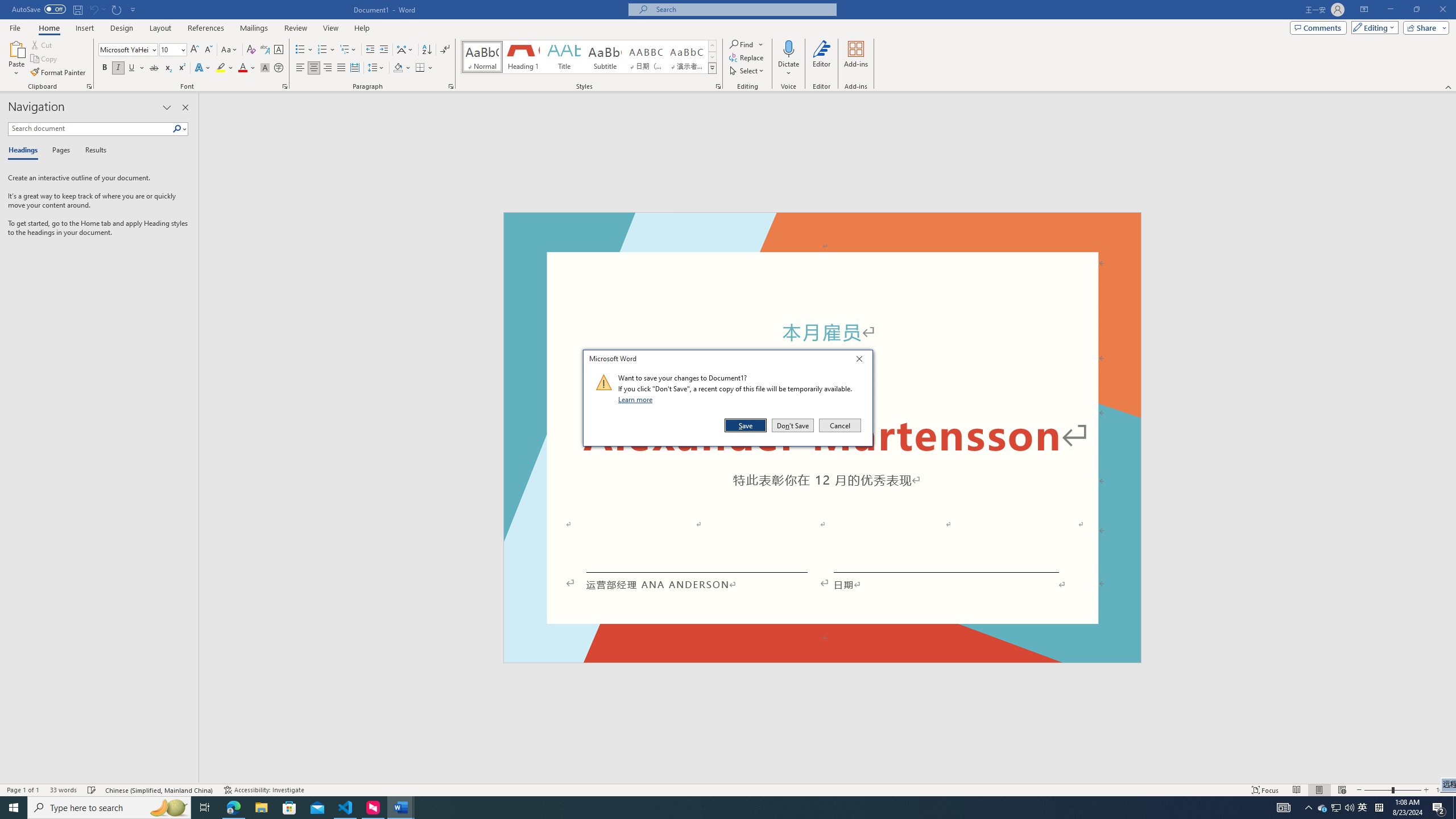 The width and height of the screenshot is (1456, 819). Describe the element at coordinates (747, 56) in the screenshot. I see `'Replace...'` at that location.